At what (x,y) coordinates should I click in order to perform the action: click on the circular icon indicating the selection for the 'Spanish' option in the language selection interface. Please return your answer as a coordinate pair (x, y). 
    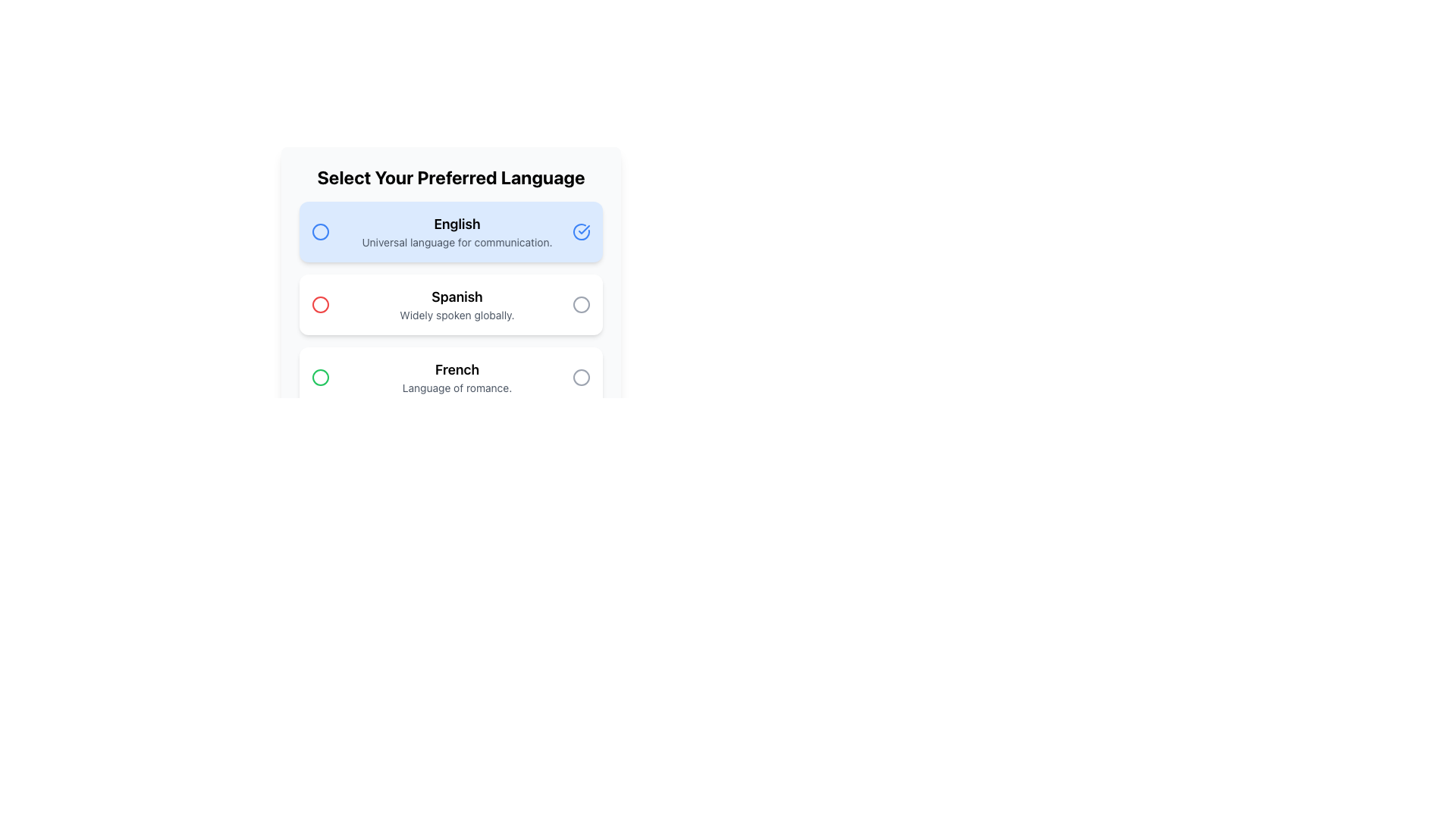
    Looking at the image, I should click on (319, 304).